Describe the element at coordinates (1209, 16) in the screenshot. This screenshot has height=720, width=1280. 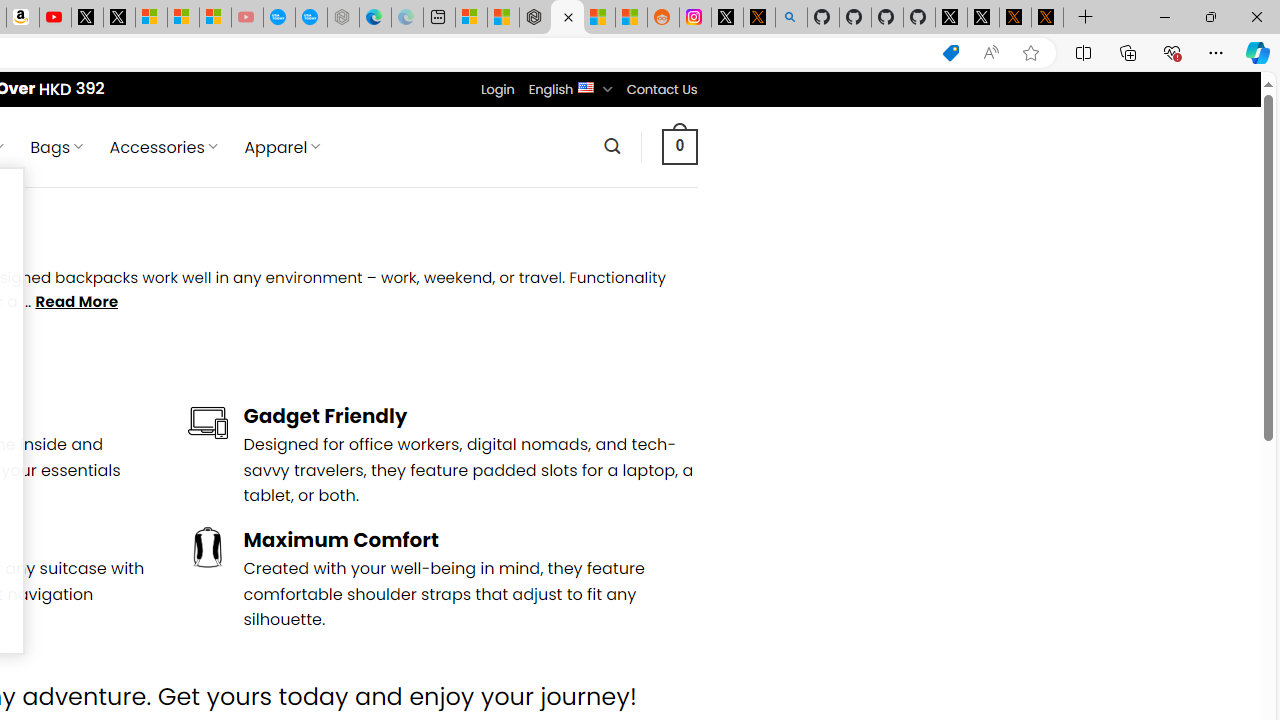
I see `'Restore'` at that location.